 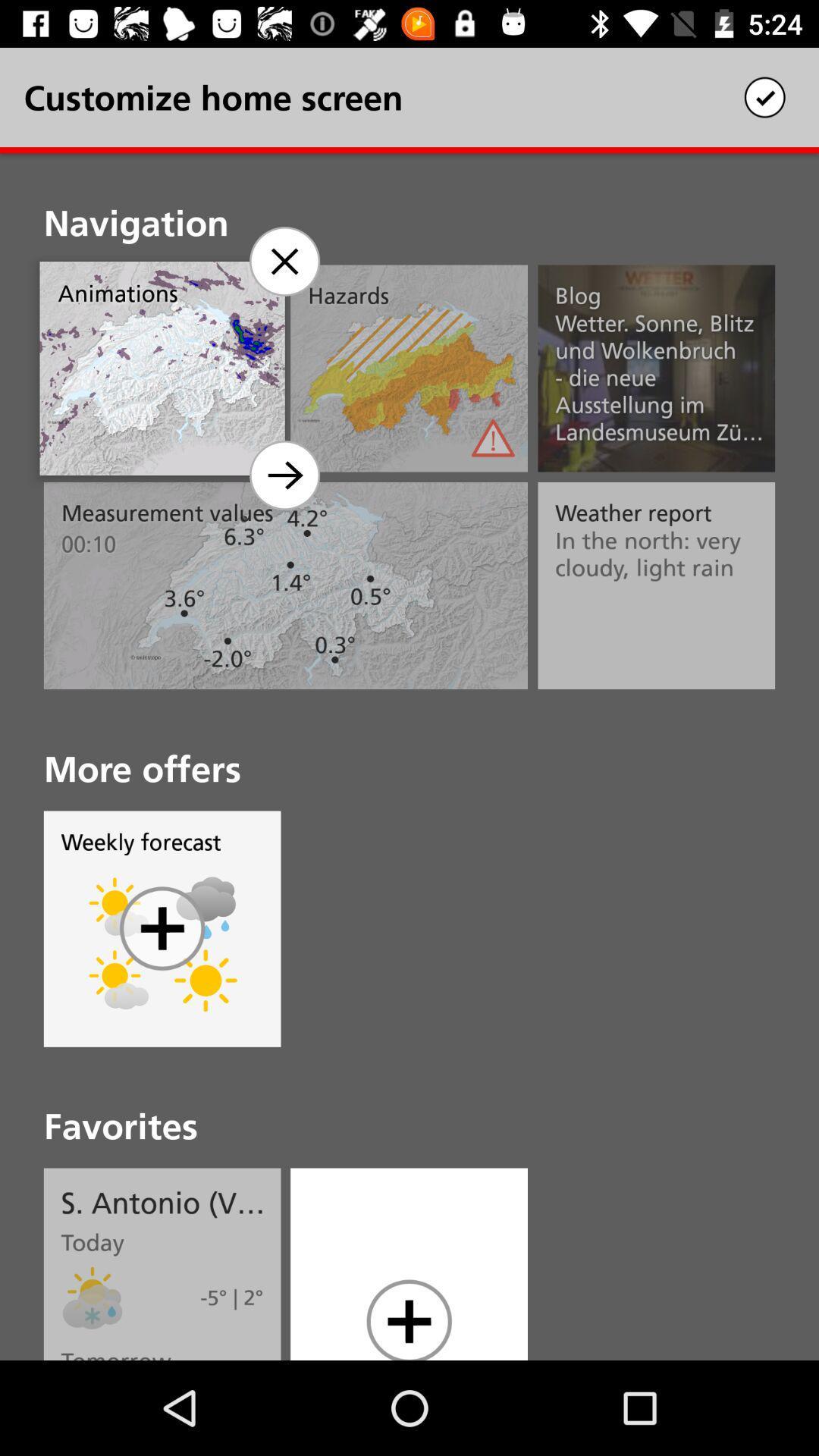 What do you see at coordinates (284, 475) in the screenshot?
I see `home screen option` at bounding box center [284, 475].